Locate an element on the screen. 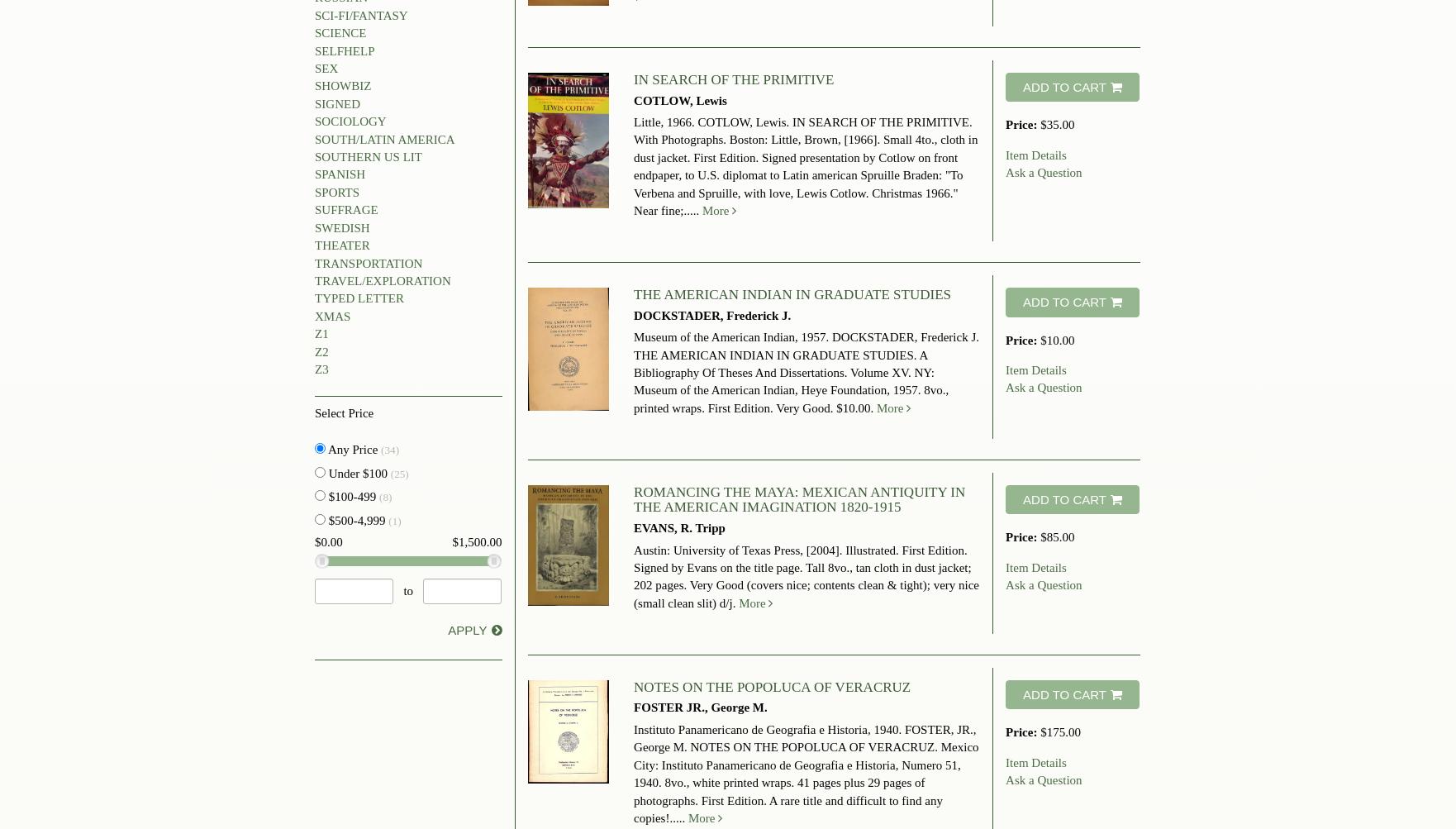 This screenshot has height=829, width=1456. 'Museum of the American Indian, 1957.' is located at coordinates (732, 337).